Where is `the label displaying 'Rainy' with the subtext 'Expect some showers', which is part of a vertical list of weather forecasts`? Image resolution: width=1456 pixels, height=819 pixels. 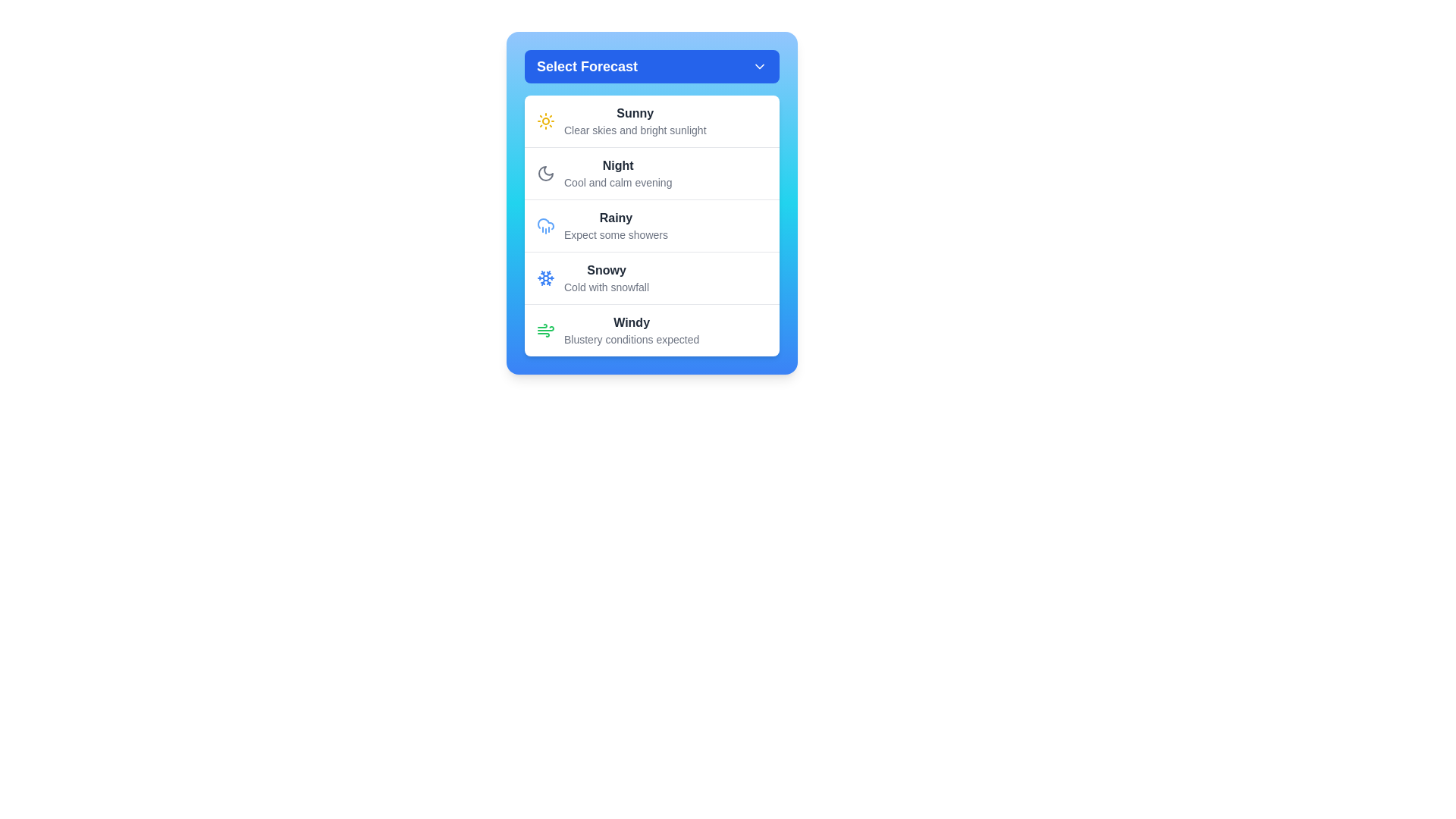 the label displaying 'Rainy' with the subtext 'Expect some showers', which is part of a vertical list of weather forecasts is located at coordinates (616, 225).